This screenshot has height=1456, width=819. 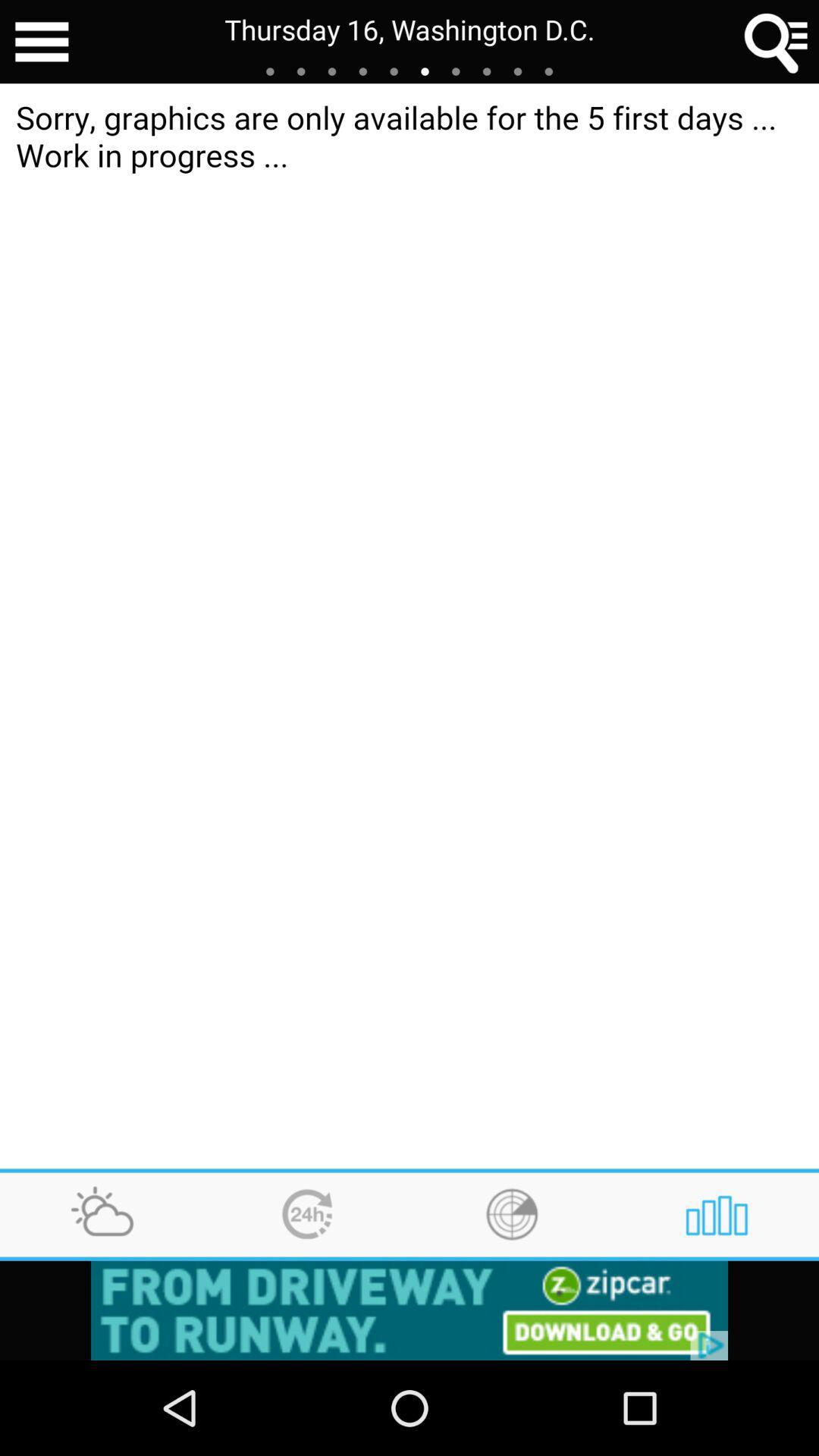 What do you see at coordinates (777, 44) in the screenshot?
I see `the search icon` at bounding box center [777, 44].